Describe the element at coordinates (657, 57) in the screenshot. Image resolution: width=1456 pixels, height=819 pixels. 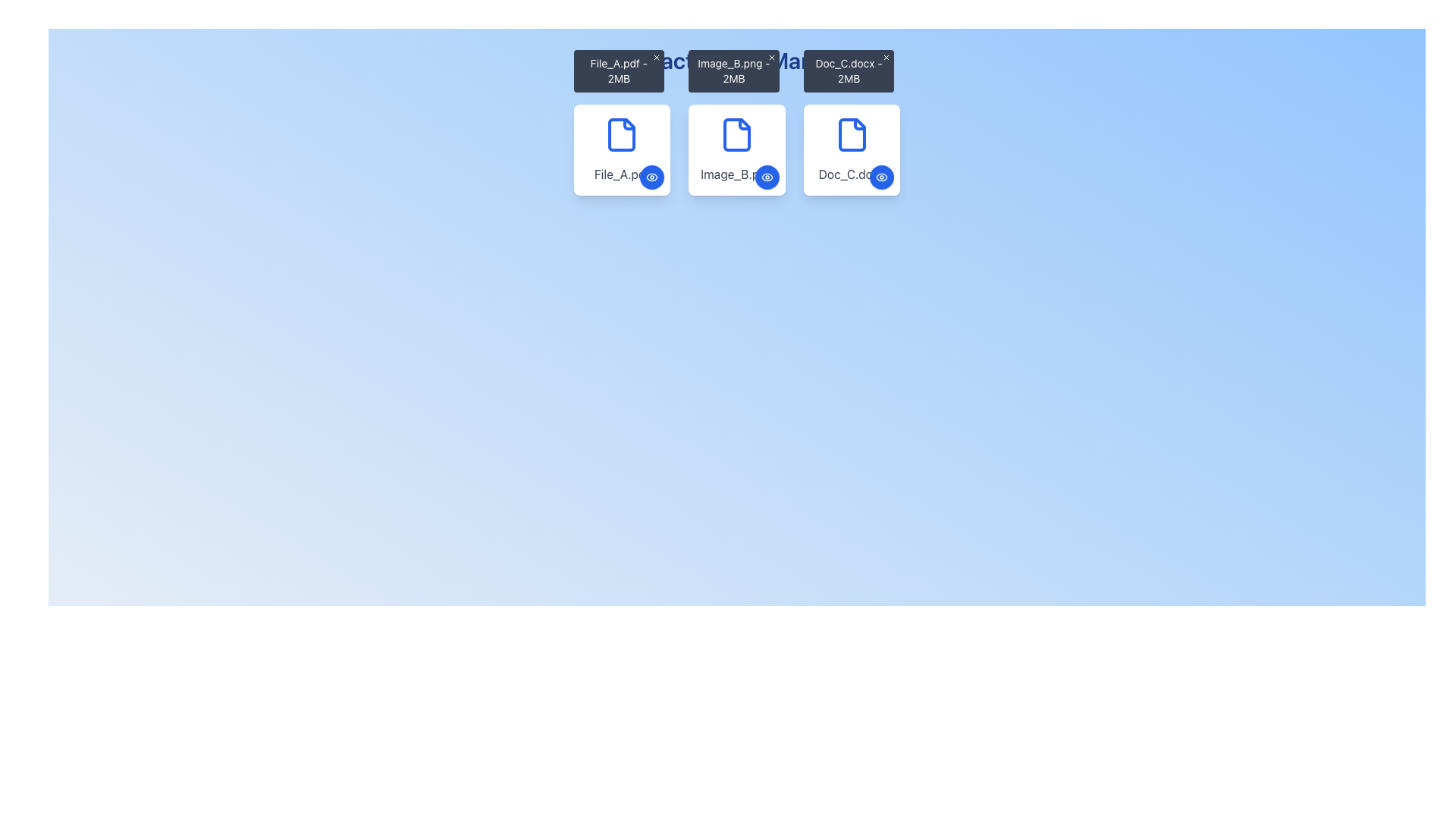
I see `the close button (X icon) located in the top-right corner of the tooltip displaying 'File_A.pdf - 2MB'` at that location.